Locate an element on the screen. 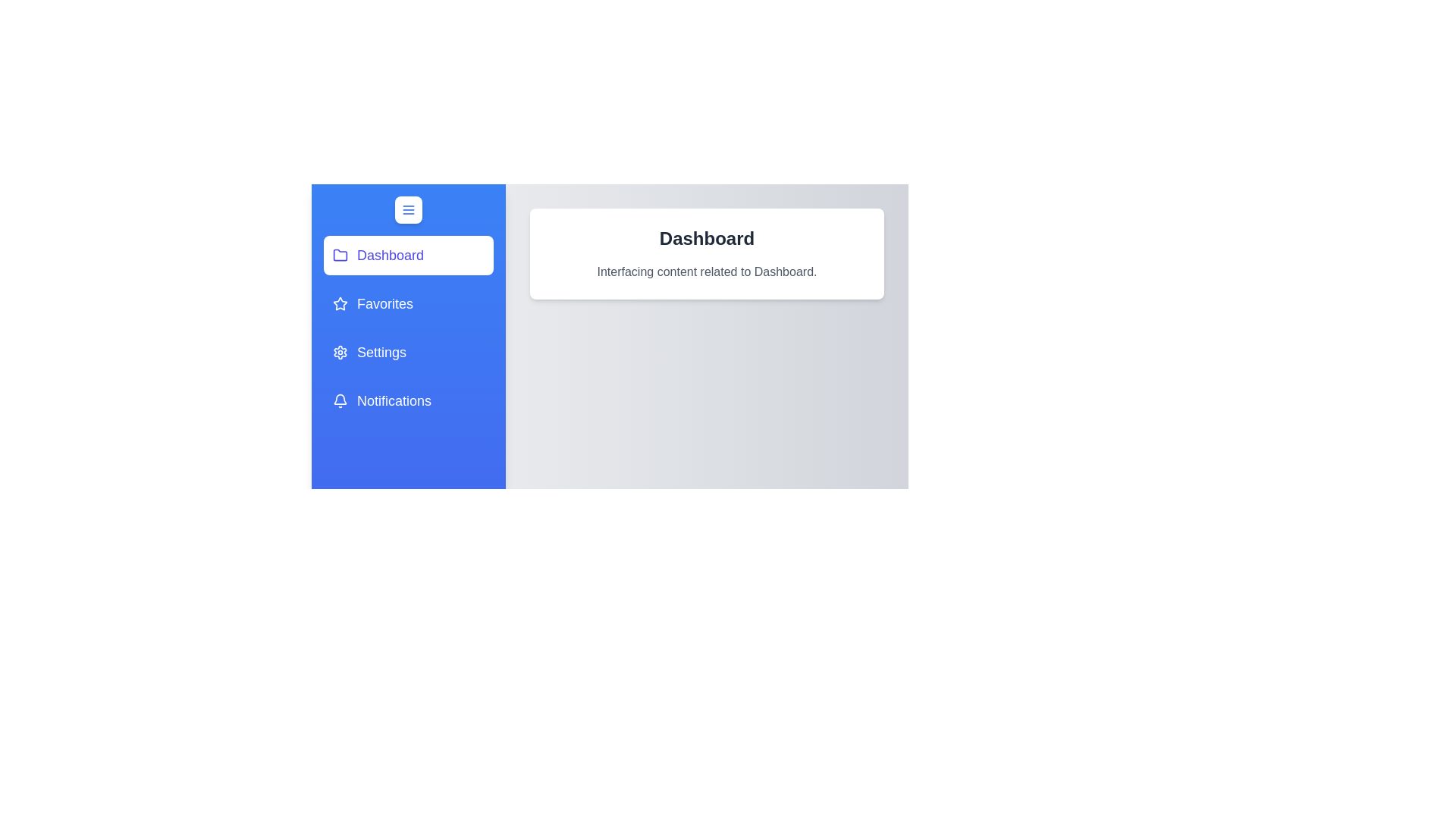 Image resolution: width=1456 pixels, height=819 pixels. the menu item Notifications from the drawer is located at coordinates (408, 400).